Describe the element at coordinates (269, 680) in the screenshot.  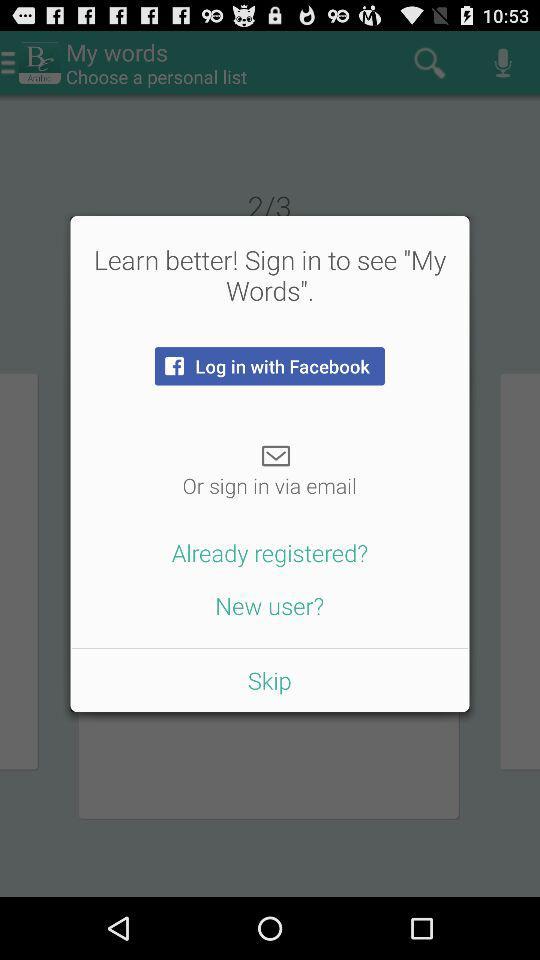
I see `skip item` at that location.